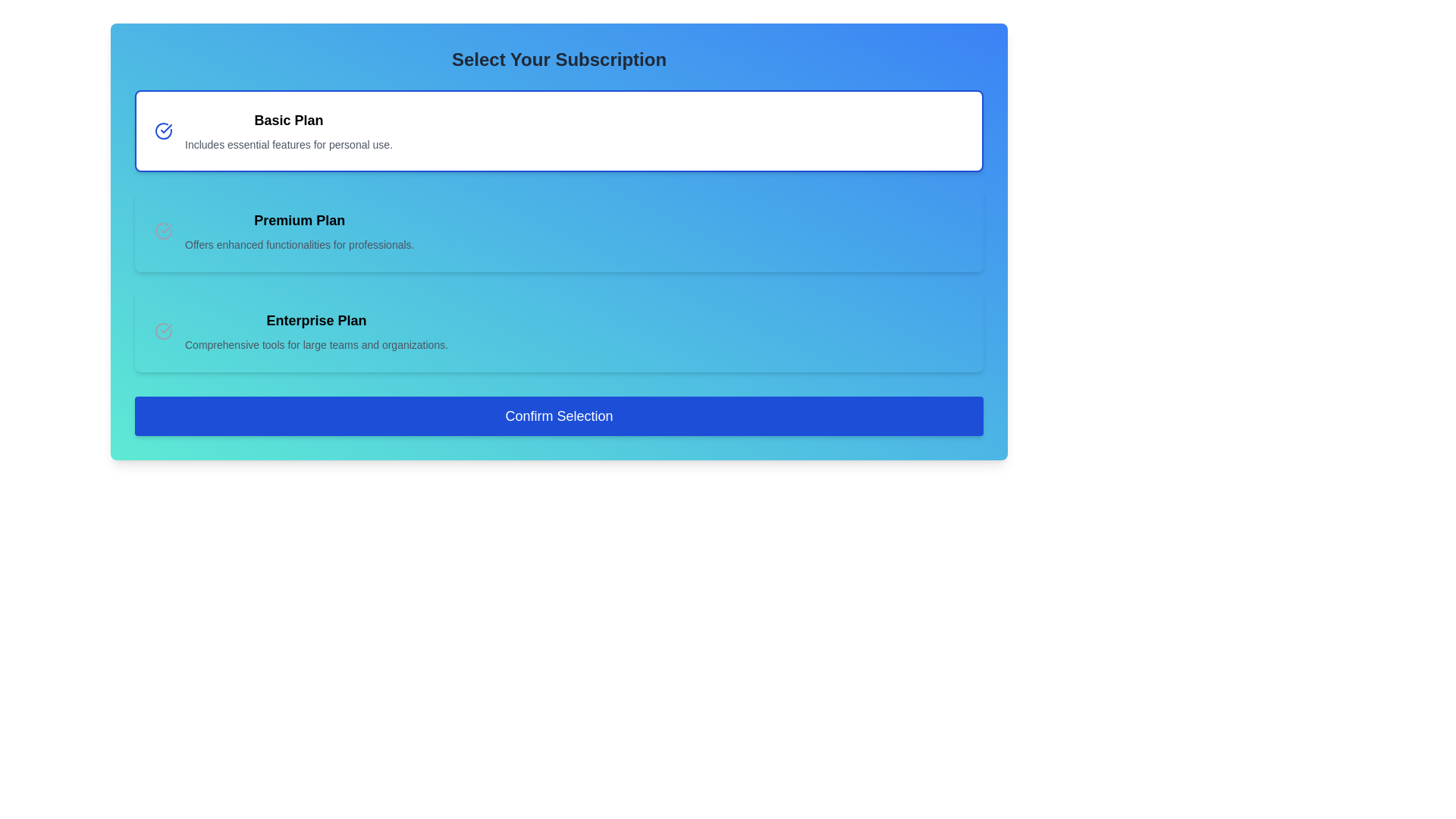 The image size is (1456, 819). Describe the element at coordinates (315, 330) in the screenshot. I see `the 'Enterprise Plan' text block, which features a bold first line and a descriptive second line, located as the third option in the 'Select Your Subscription' interface` at that location.